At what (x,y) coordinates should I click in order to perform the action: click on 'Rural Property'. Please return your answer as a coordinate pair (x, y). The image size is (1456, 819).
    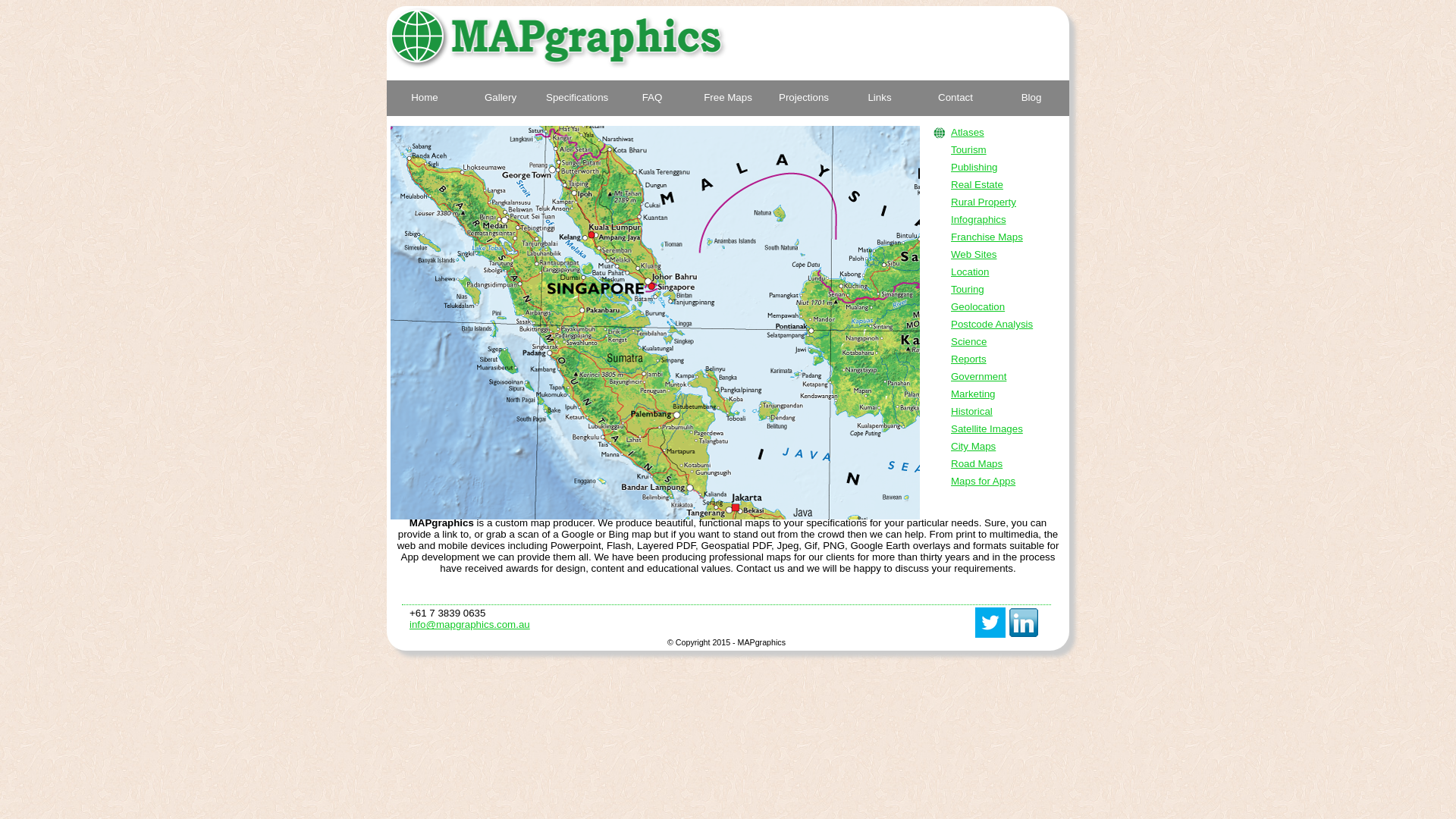
    Looking at the image, I should click on (983, 201).